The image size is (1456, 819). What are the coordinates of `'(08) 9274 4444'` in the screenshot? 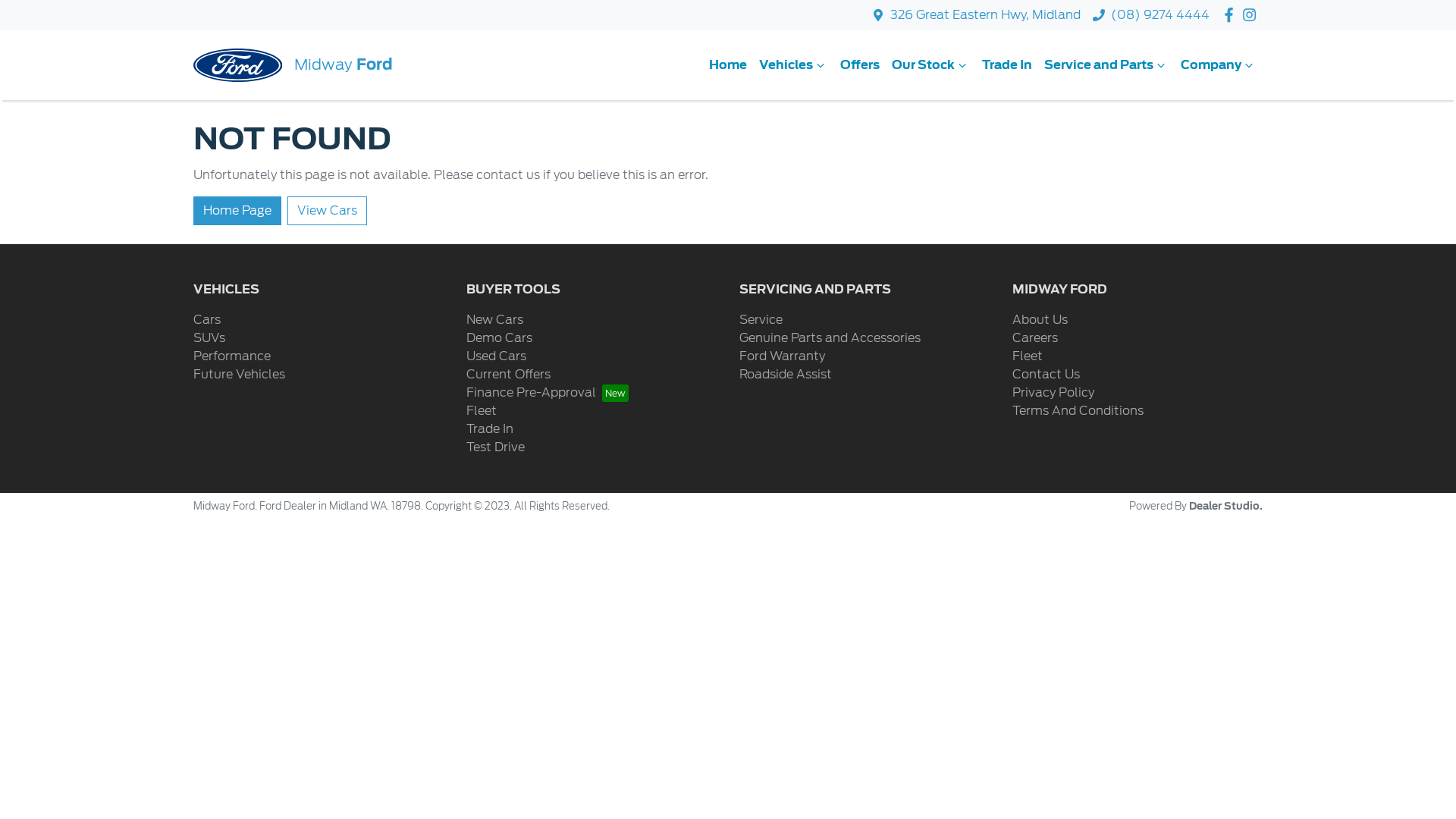 It's located at (1159, 14).